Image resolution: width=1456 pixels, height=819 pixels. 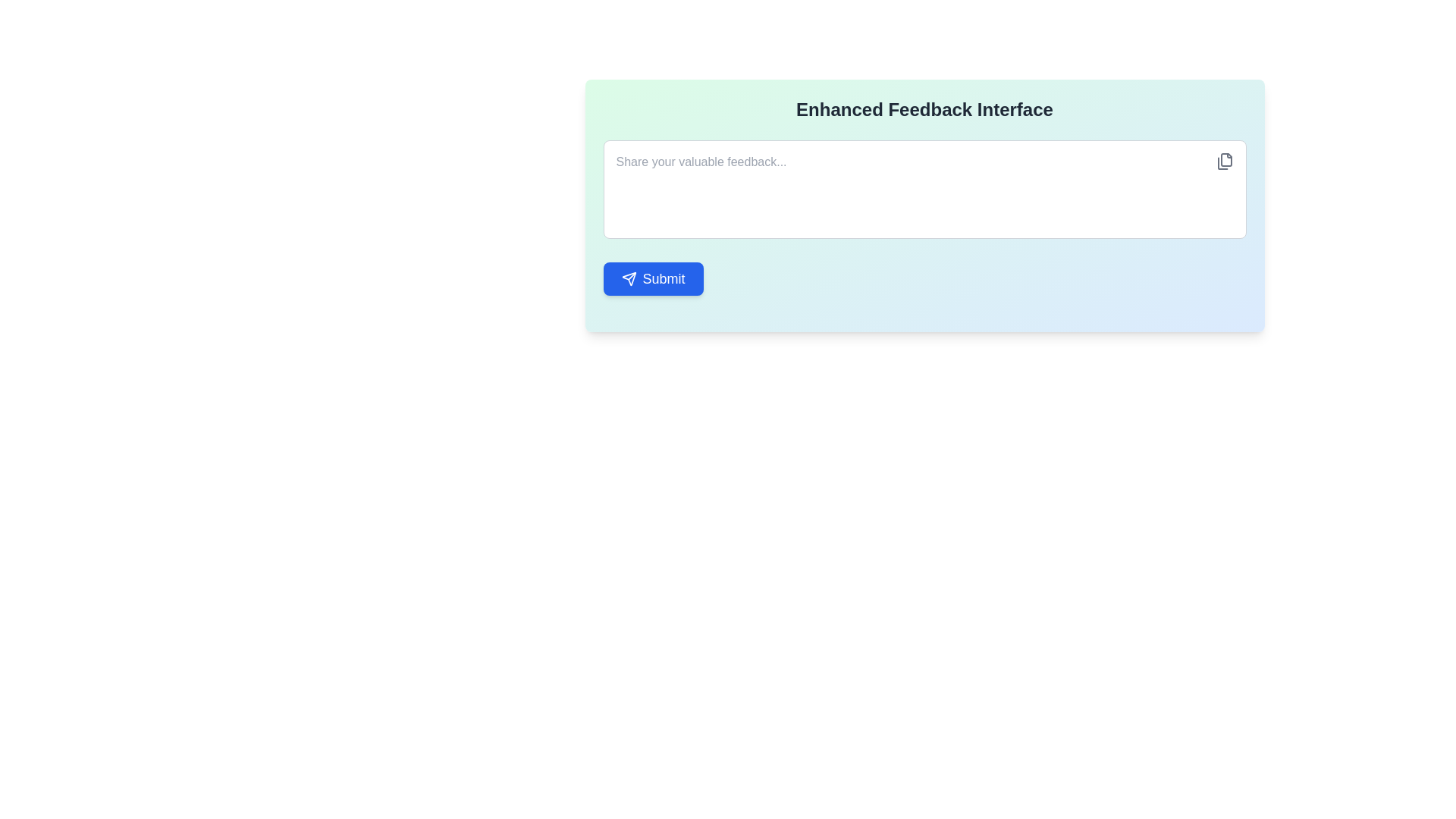 What do you see at coordinates (1225, 161) in the screenshot?
I see `the icon button located at the top-right corner of the feedback text box` at bounding box center [1225, 161].